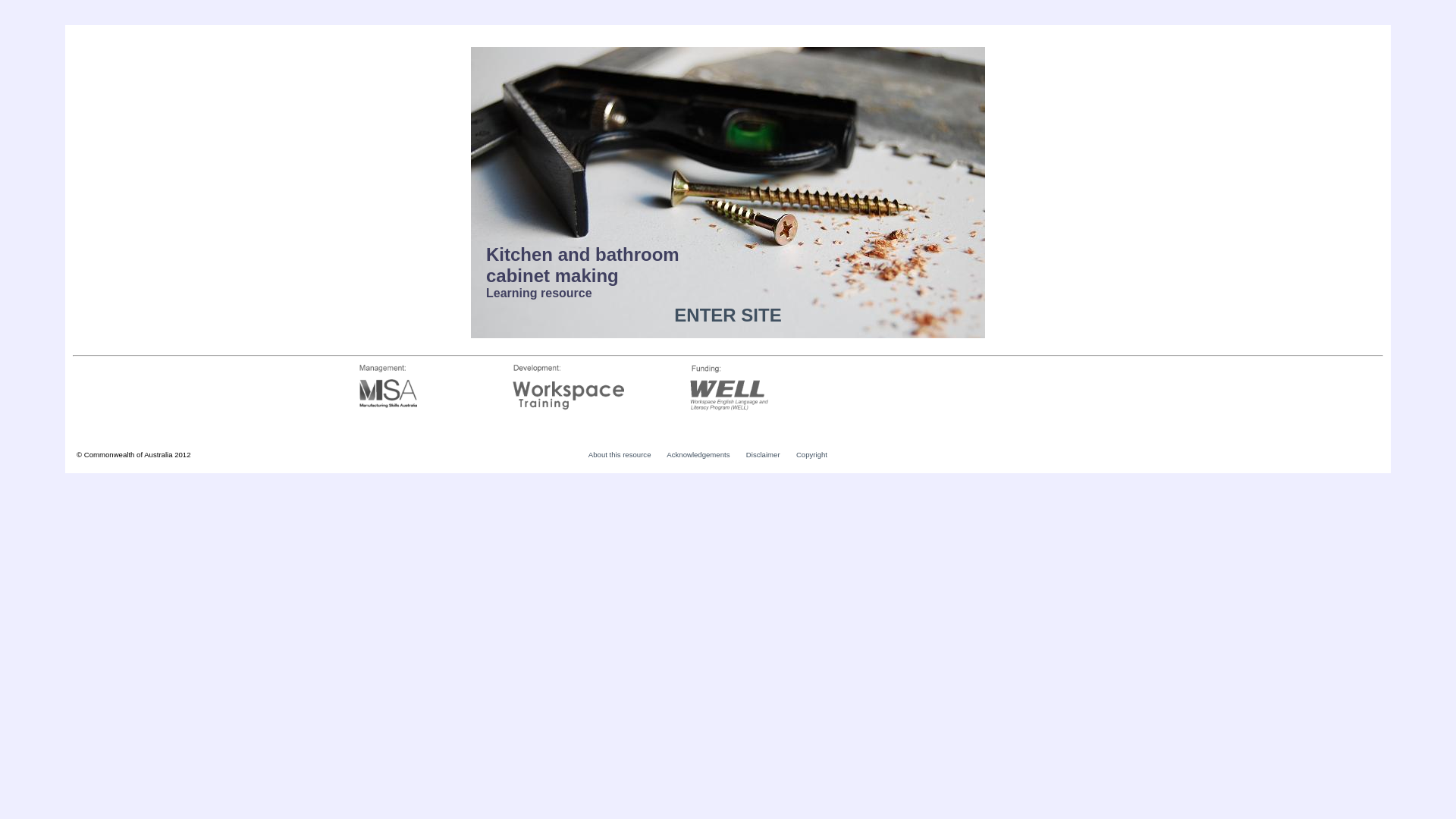  I want to click on 'Acknowledgements', so click(697, 453).